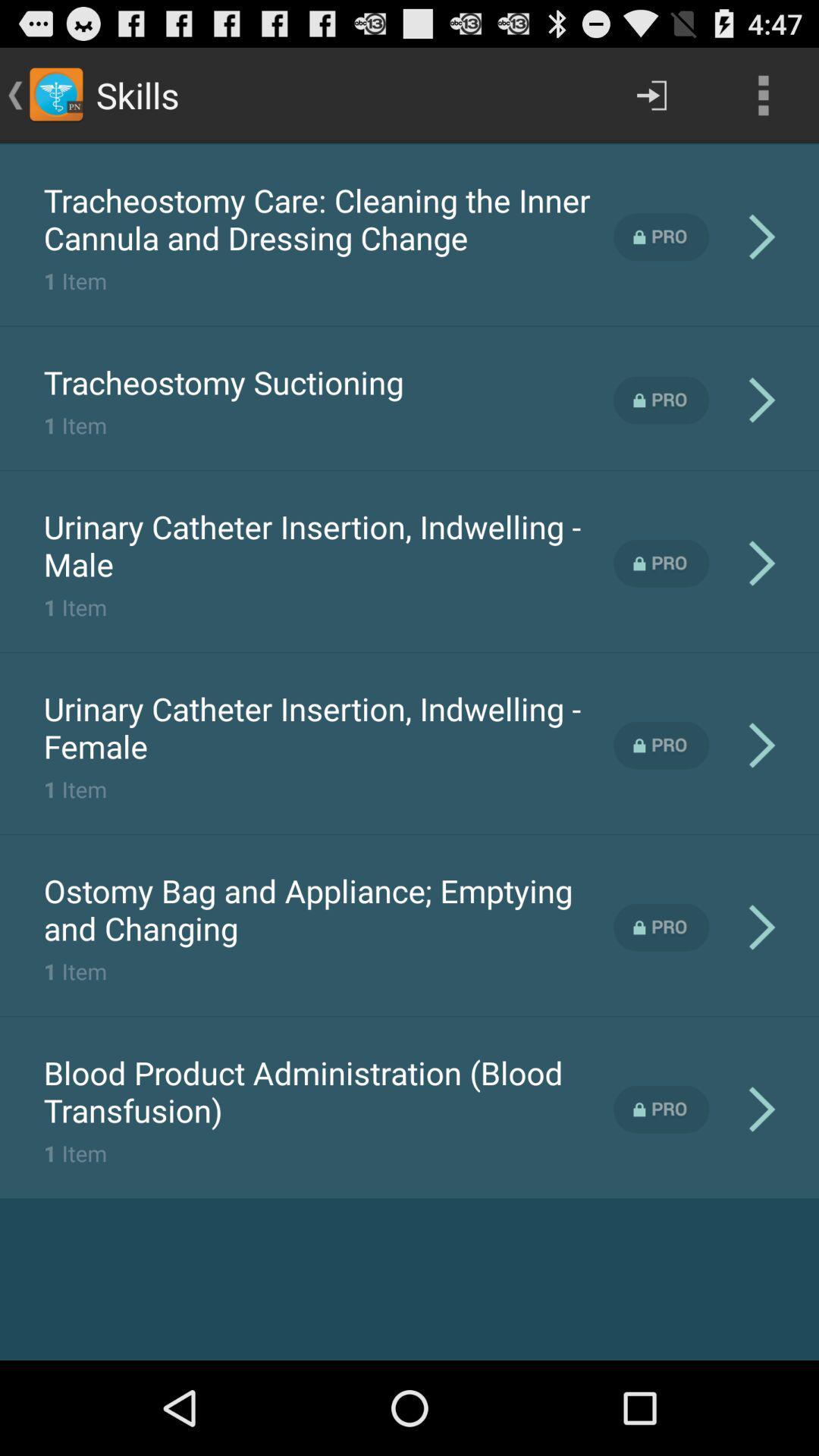  I want to click on app below the 1 item app, so click(328, 1090).